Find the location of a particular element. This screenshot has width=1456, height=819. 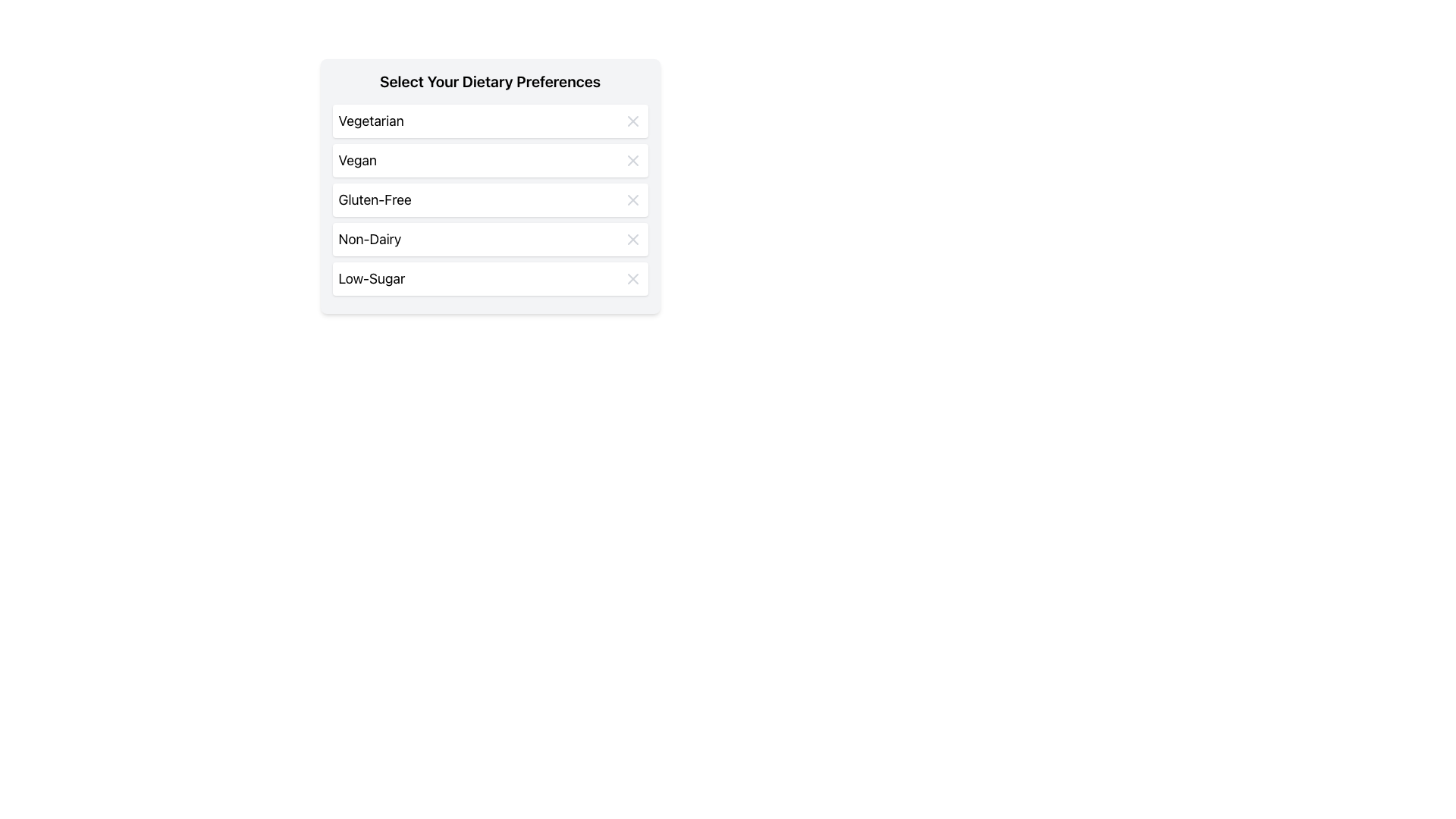

text label identifying the dietary preference option 'Gluten-Free' located in the third row of the selection interface is located at coordinates (375, 199).